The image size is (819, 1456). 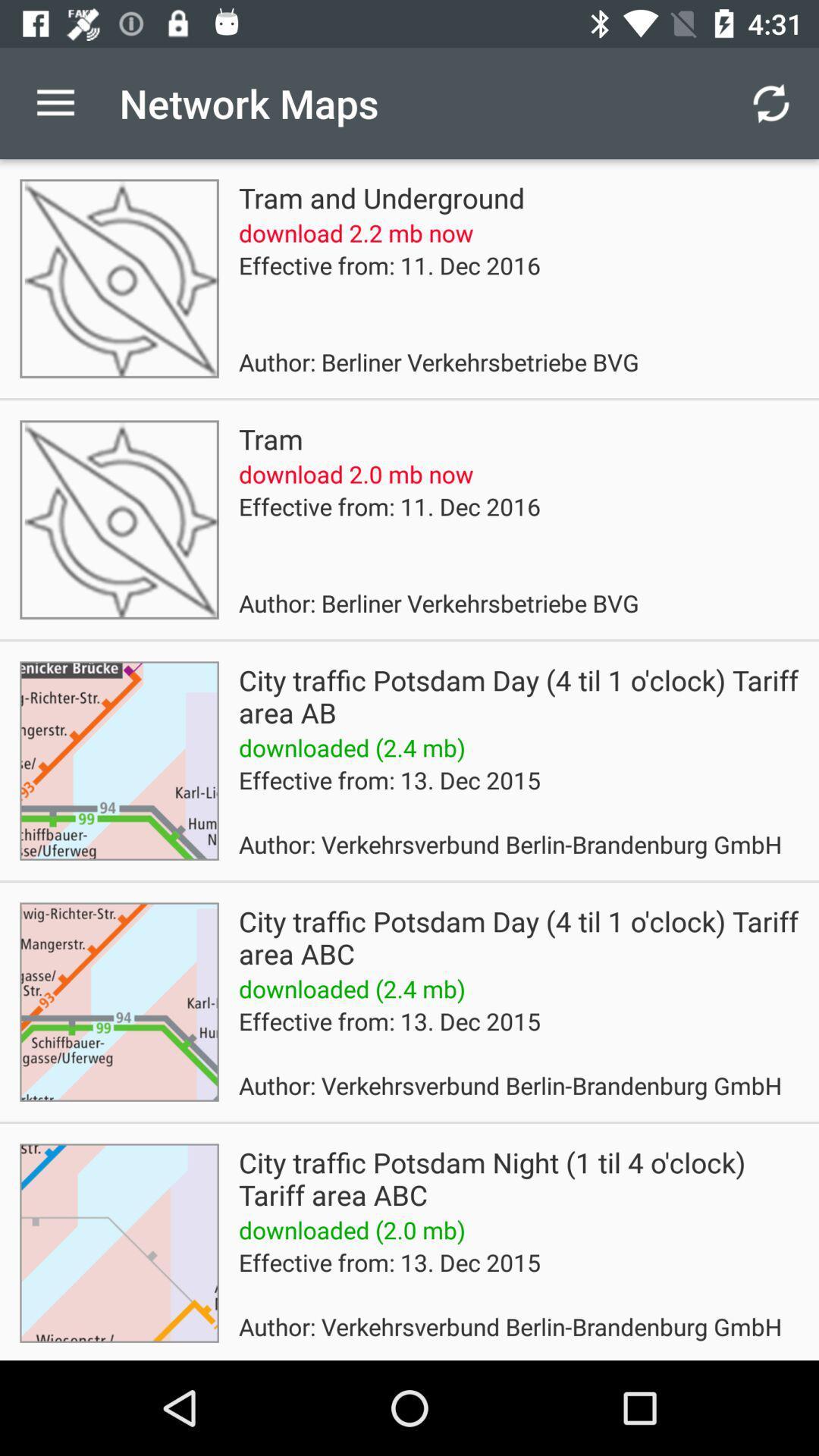 What do you see at coordinates (381, 196) in the screenshot?
I see `icon above the download 2 2 icon` at bounding box center [381, 196].